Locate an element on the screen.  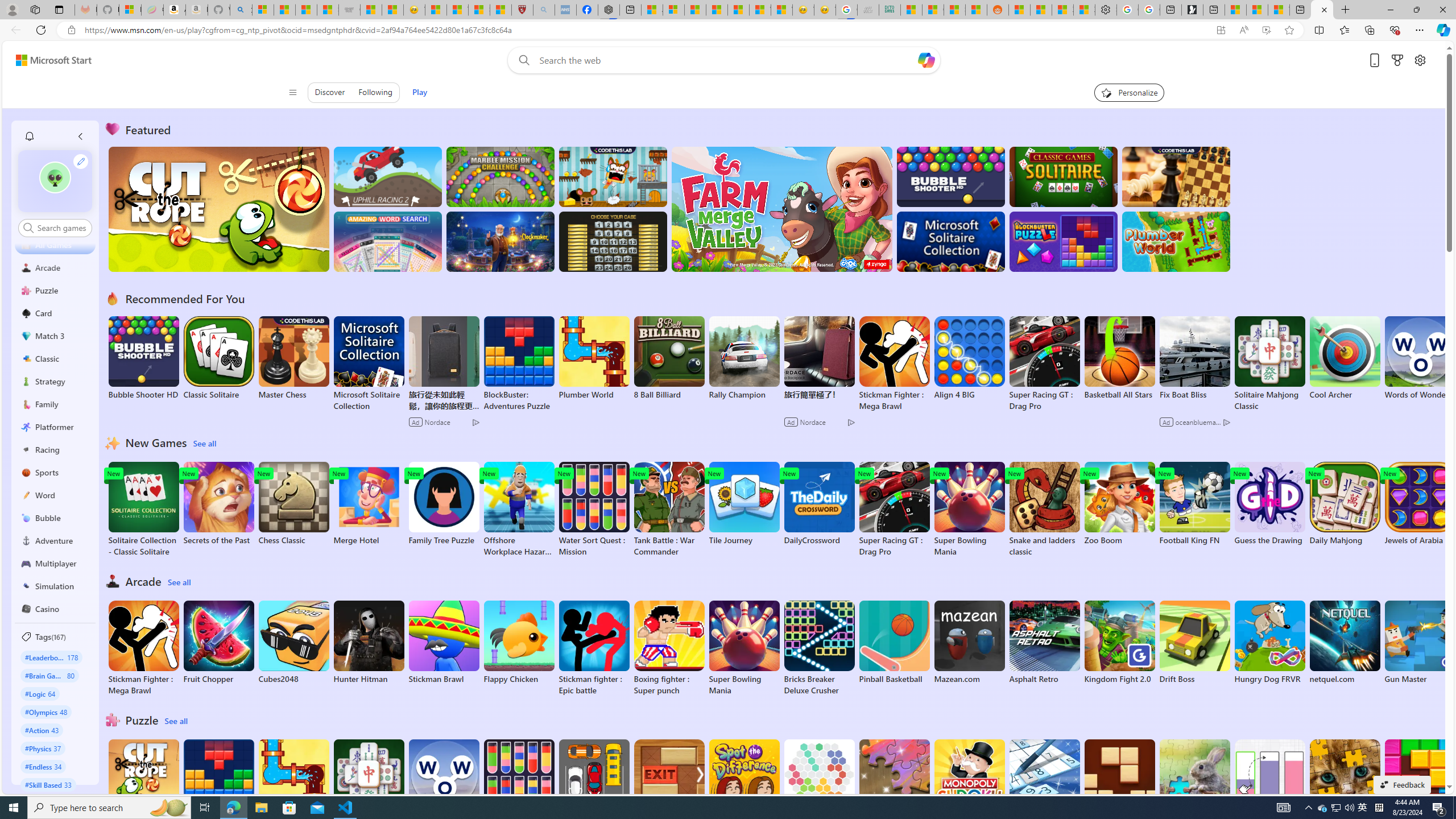
'Asphalt Retro' is located at coordinates (1044, 642).